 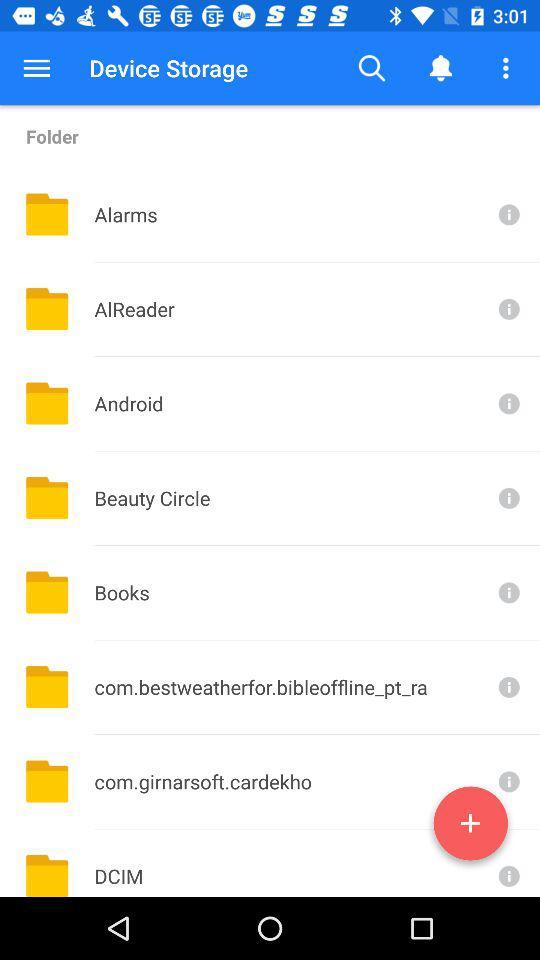 I want to click on new, so click(x=470, y=827).